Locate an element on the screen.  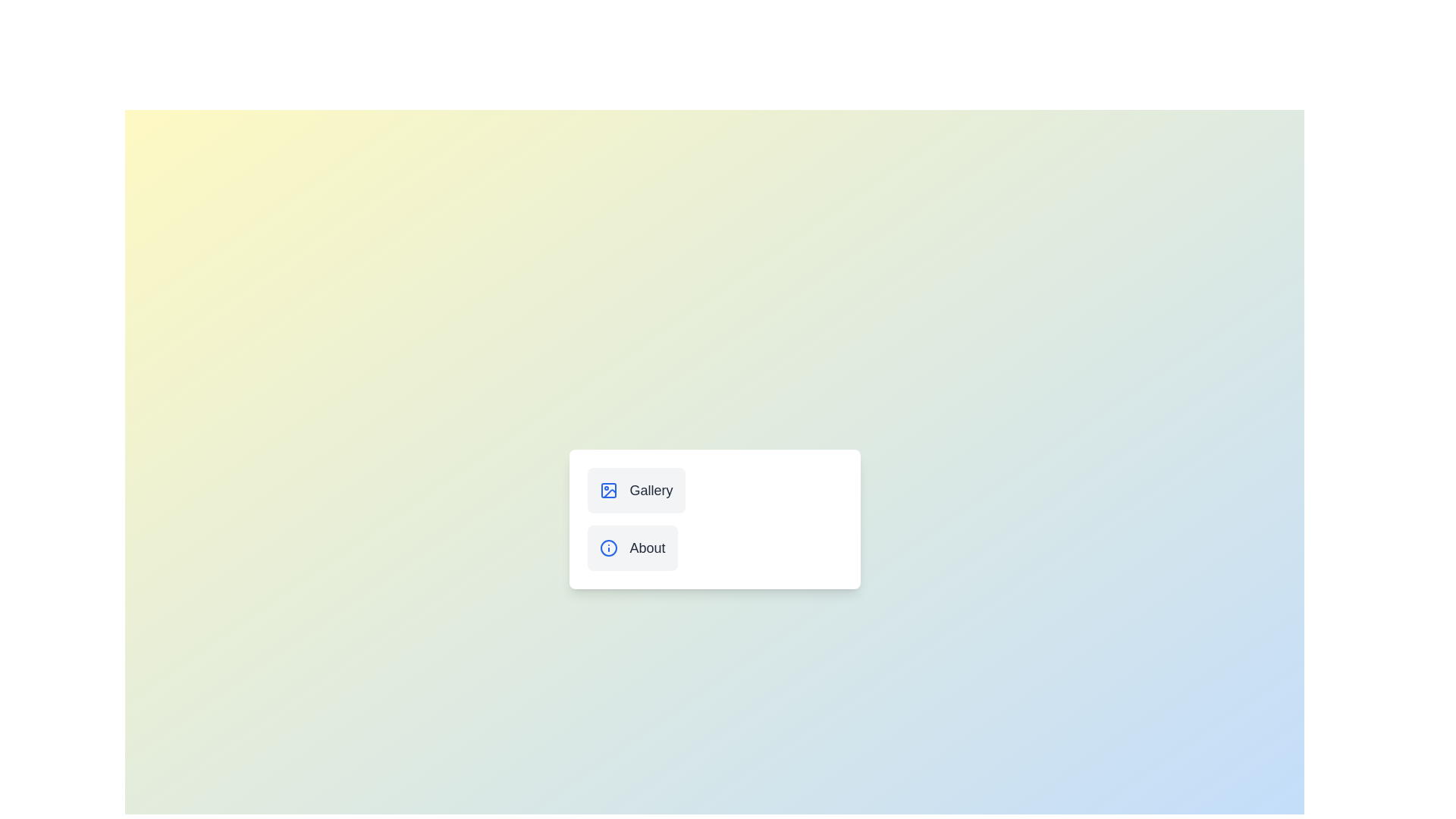
the About button to change the menu state is located at coordinates (632, 548).